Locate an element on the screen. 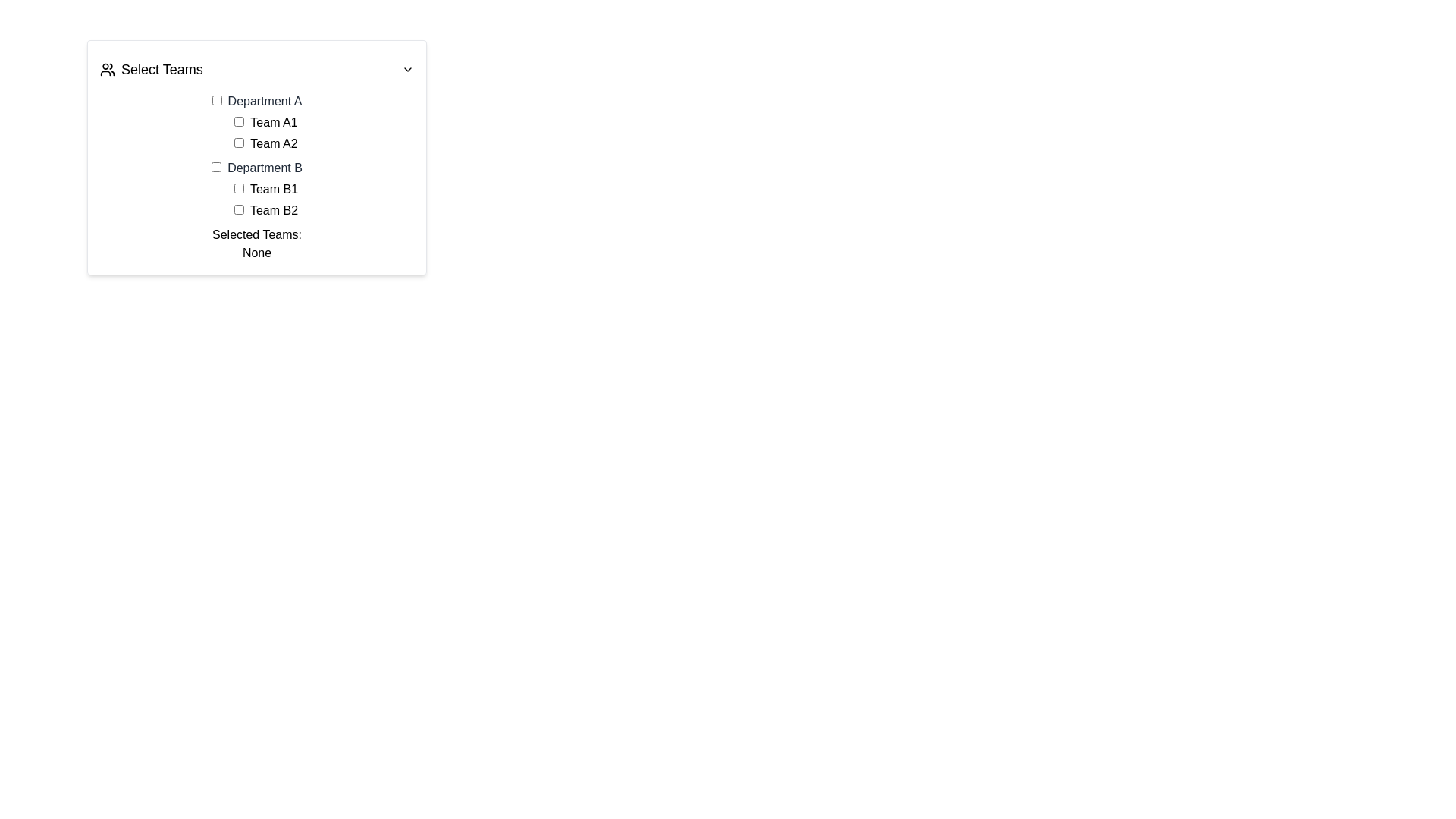 The image size is (1456, 819). text label indicating the current selection status, which shows that no teams are selected, positioned below 'Selected Teams:' in the modal interface is located at coordinates (257, 253).